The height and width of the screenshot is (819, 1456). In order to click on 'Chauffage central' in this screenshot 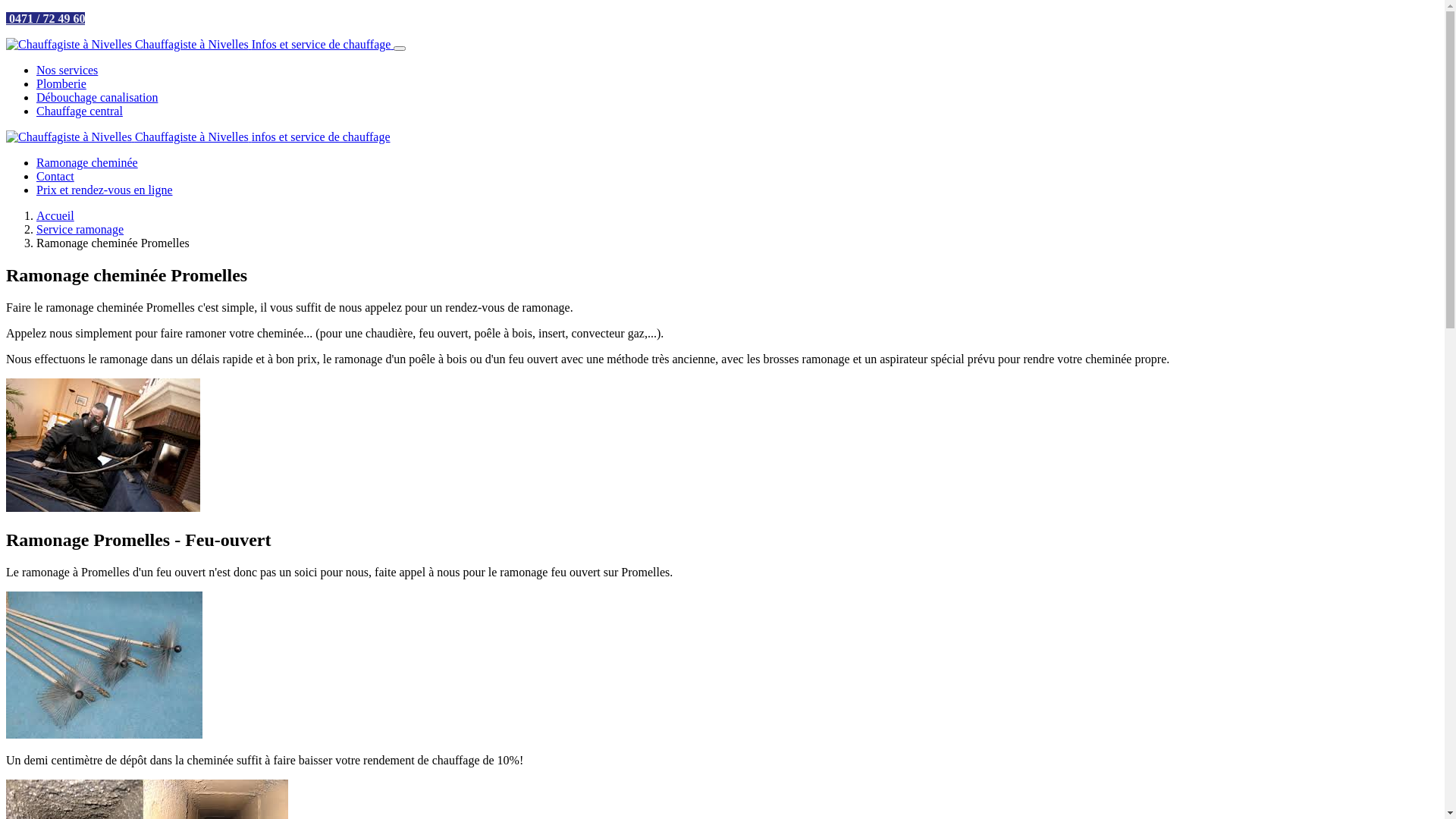, I will do `click(79, 110)`.